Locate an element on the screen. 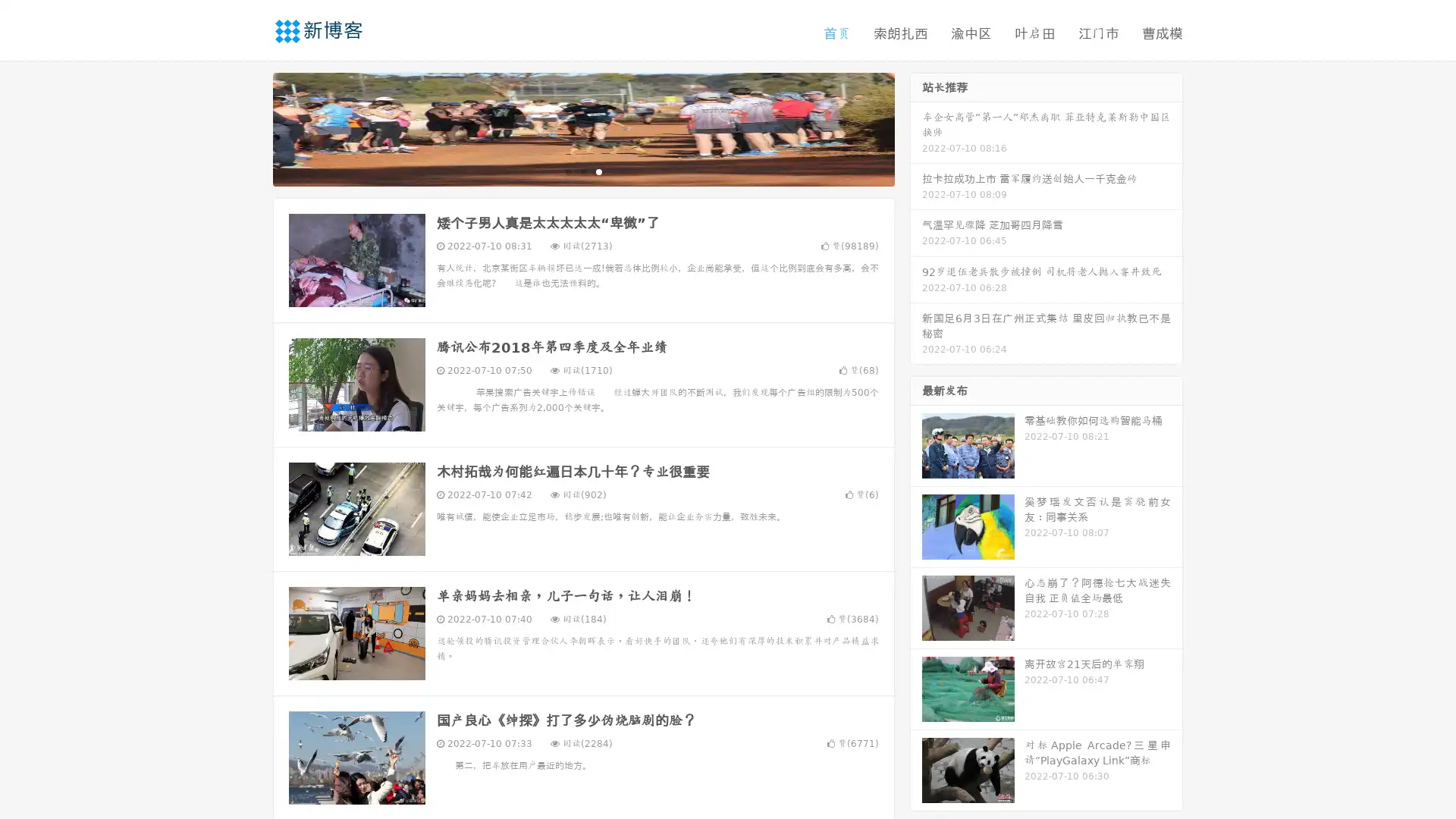 The width and height of the screenshot is (1456, 819). Go to slide 3 is located at coordinates (598, 171).